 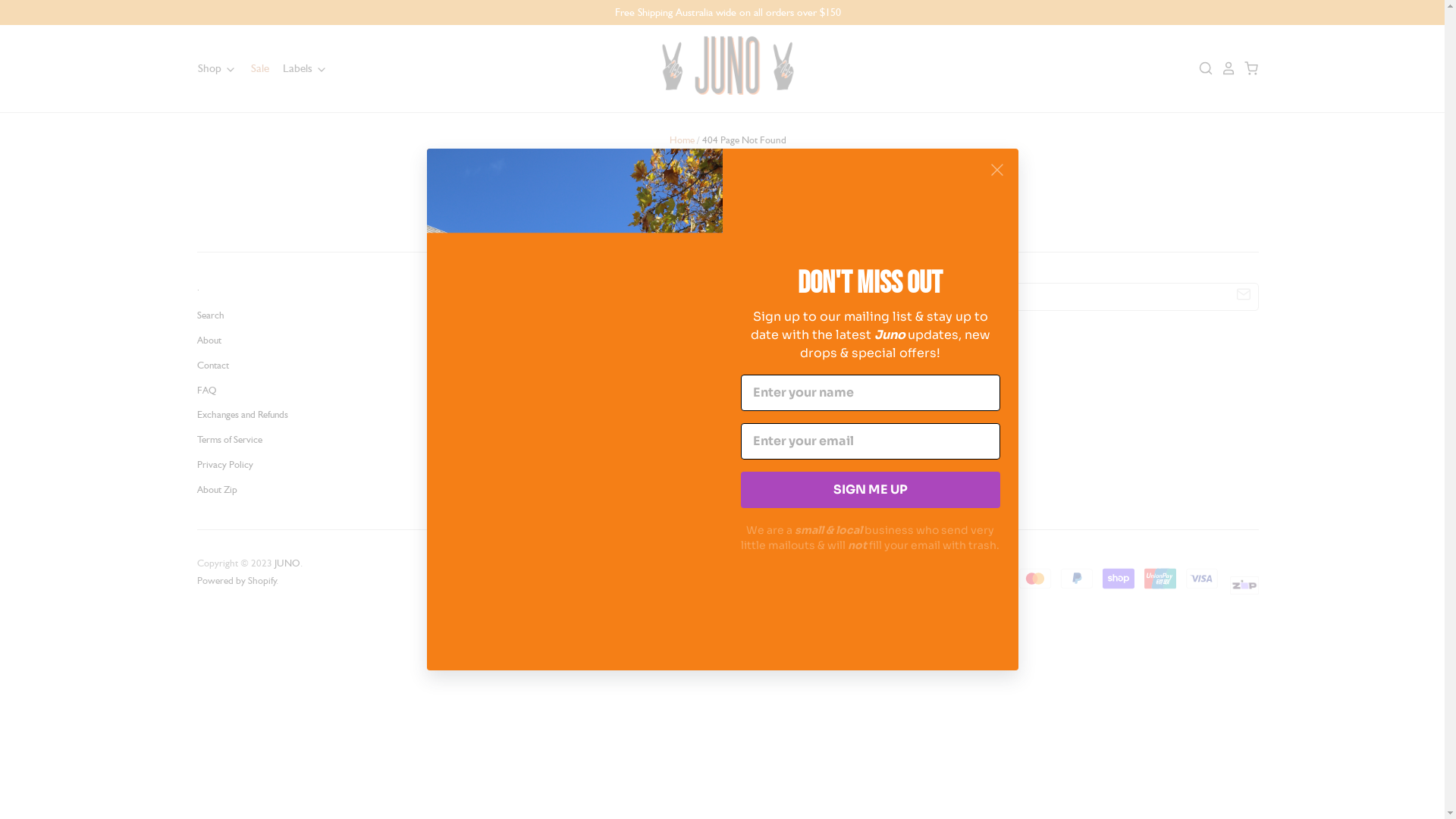 I want to click on 'Shop', so click(x=216, y=67).